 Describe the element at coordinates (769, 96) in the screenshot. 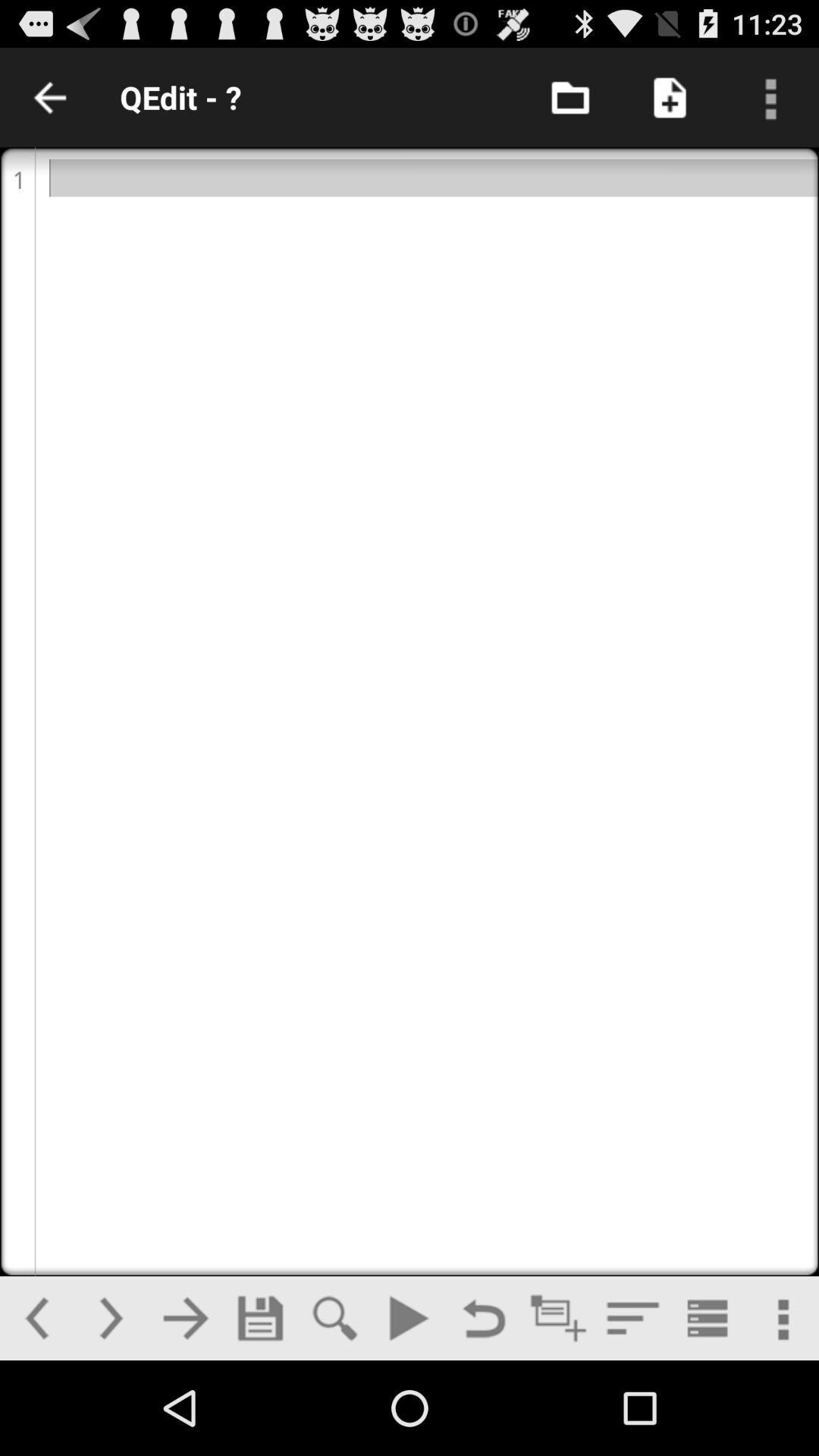

I see `display menu` at that location.